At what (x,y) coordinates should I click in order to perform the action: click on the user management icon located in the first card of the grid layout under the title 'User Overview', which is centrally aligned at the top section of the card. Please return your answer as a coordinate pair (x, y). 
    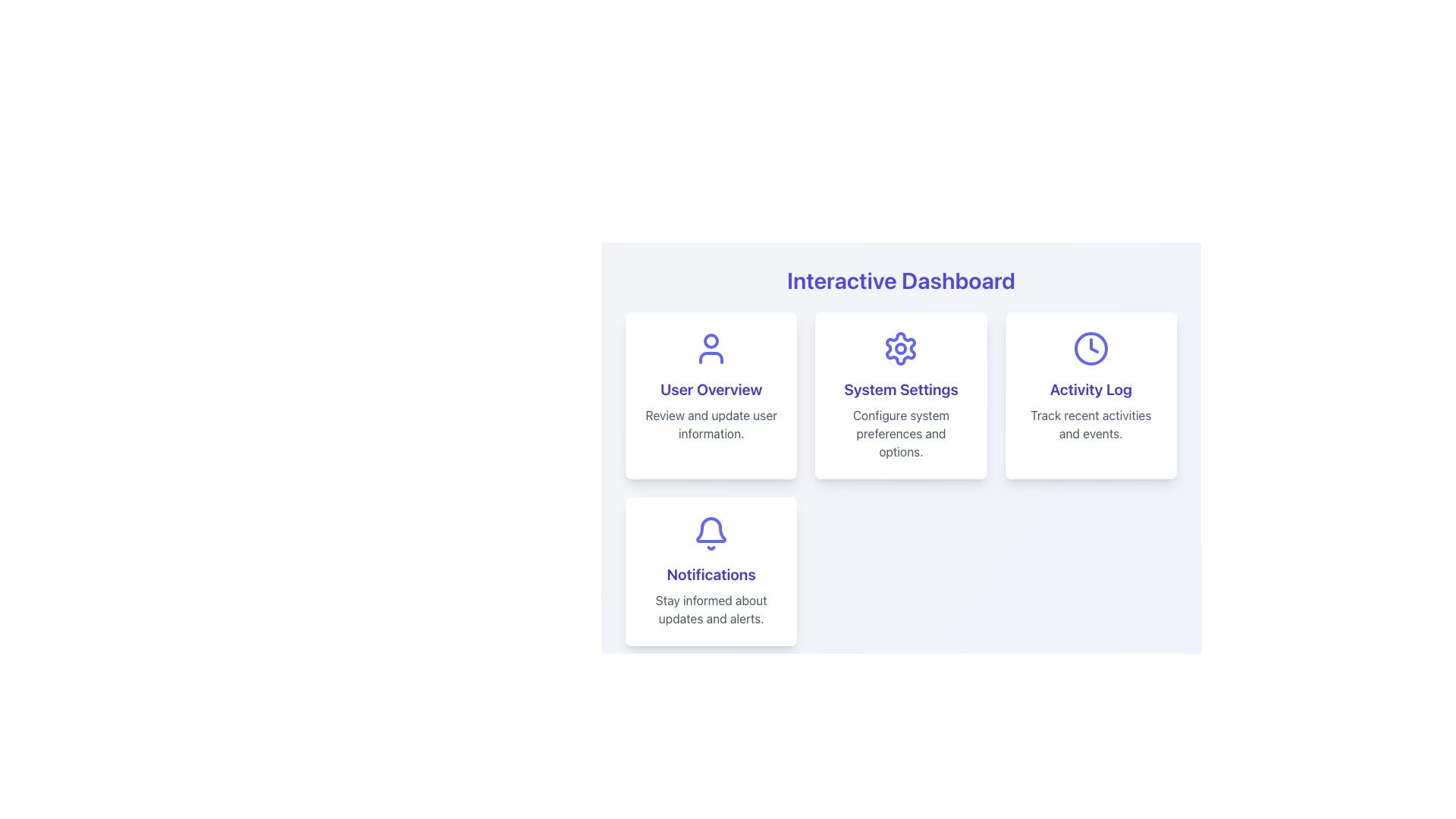
    Looking at the image, I should click on (711, 348).